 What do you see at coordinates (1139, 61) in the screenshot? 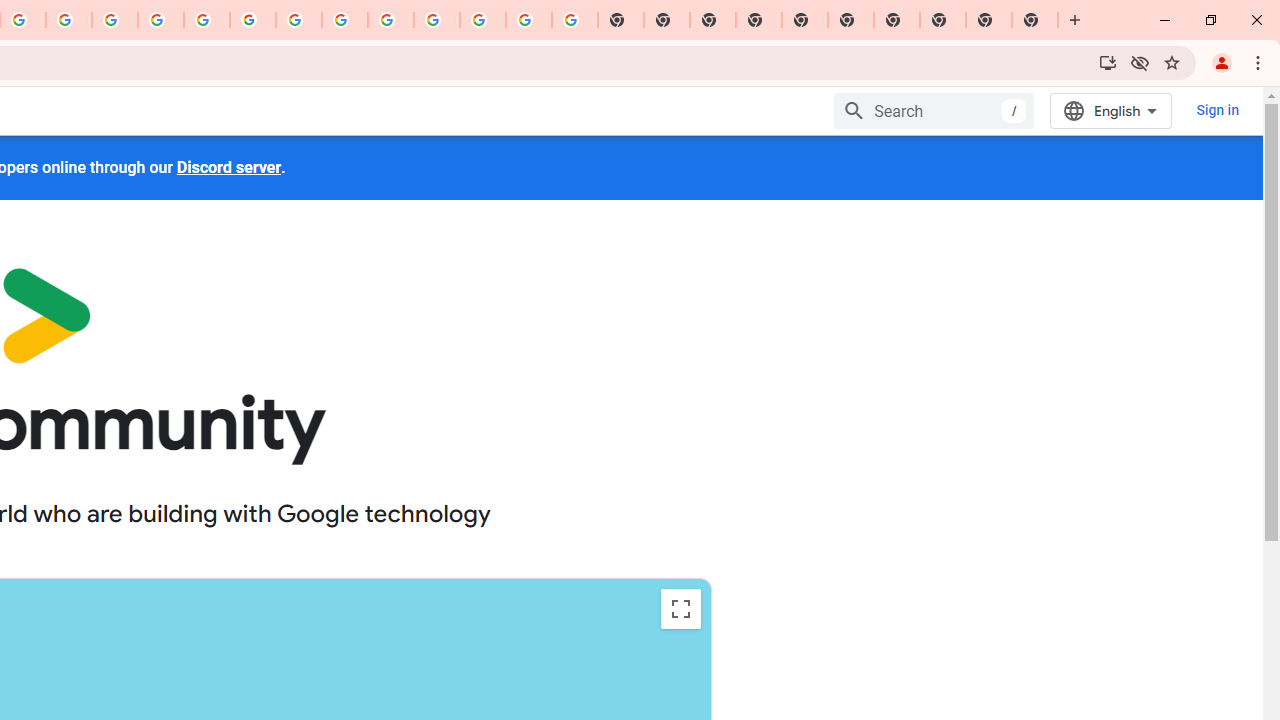
I see `'Third-party cookies blocked'` at bounding box center [1139, 61].